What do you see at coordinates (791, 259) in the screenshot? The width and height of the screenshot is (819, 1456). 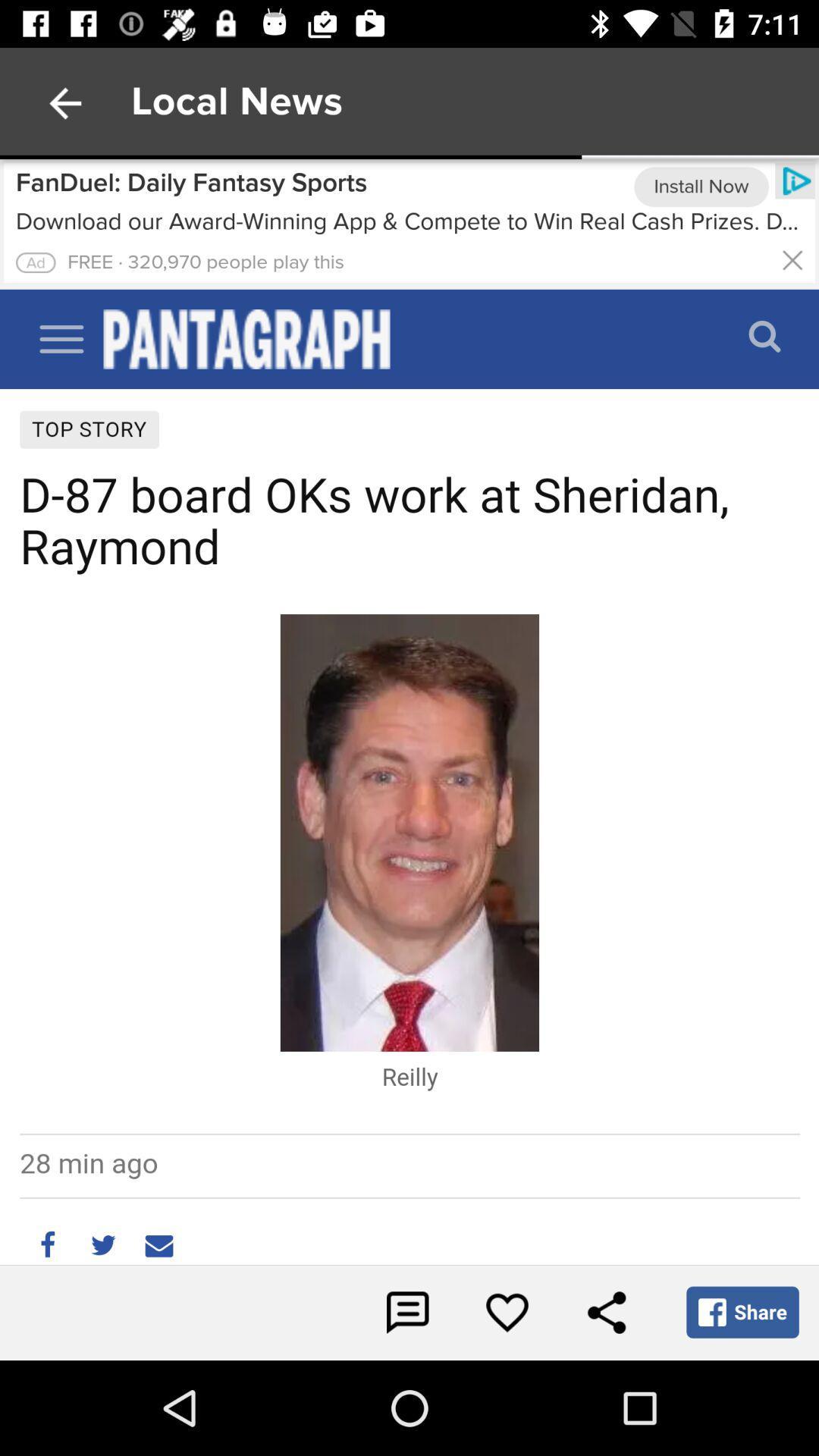 I see `the page` at bounding box center [791, 259].